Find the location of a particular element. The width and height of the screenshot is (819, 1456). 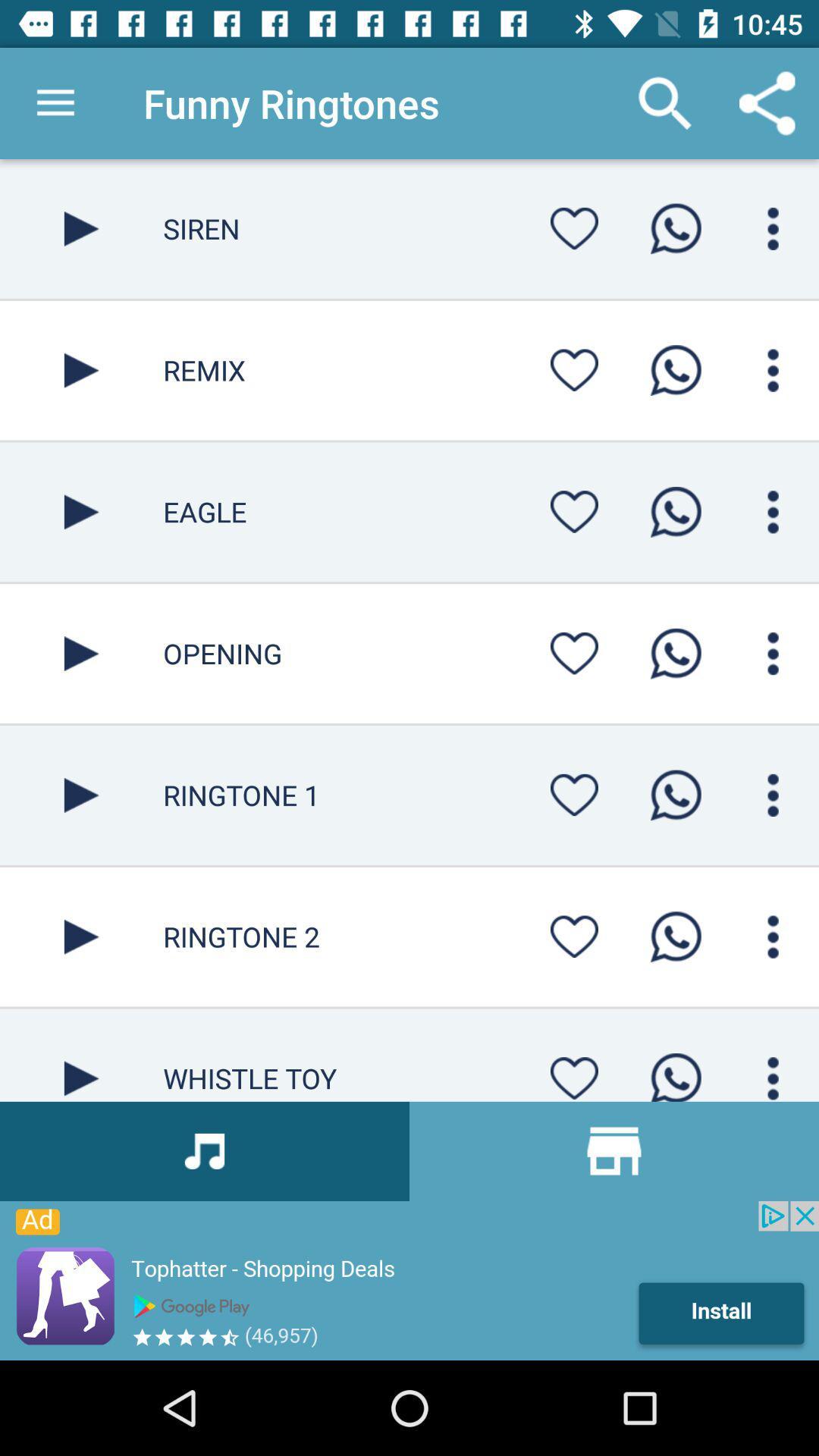

option is located at coordinates (81, 936).